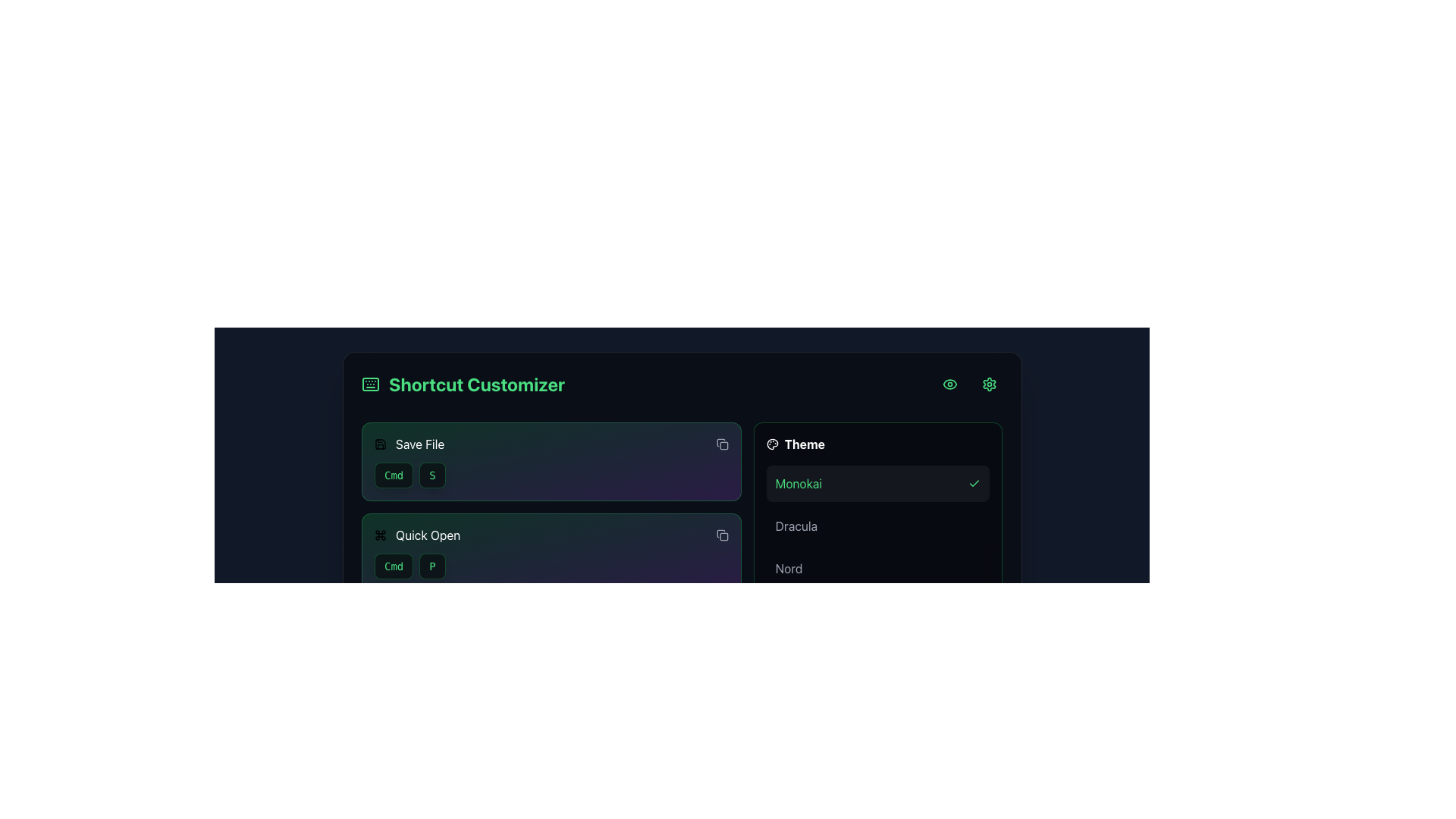  Describe the element at coordinates (394, 566) in the screenshot. I see `the first button in the 'Quick Open' section, which has a black semi-transparent background and green text displaying 'Cmd'` at that location.